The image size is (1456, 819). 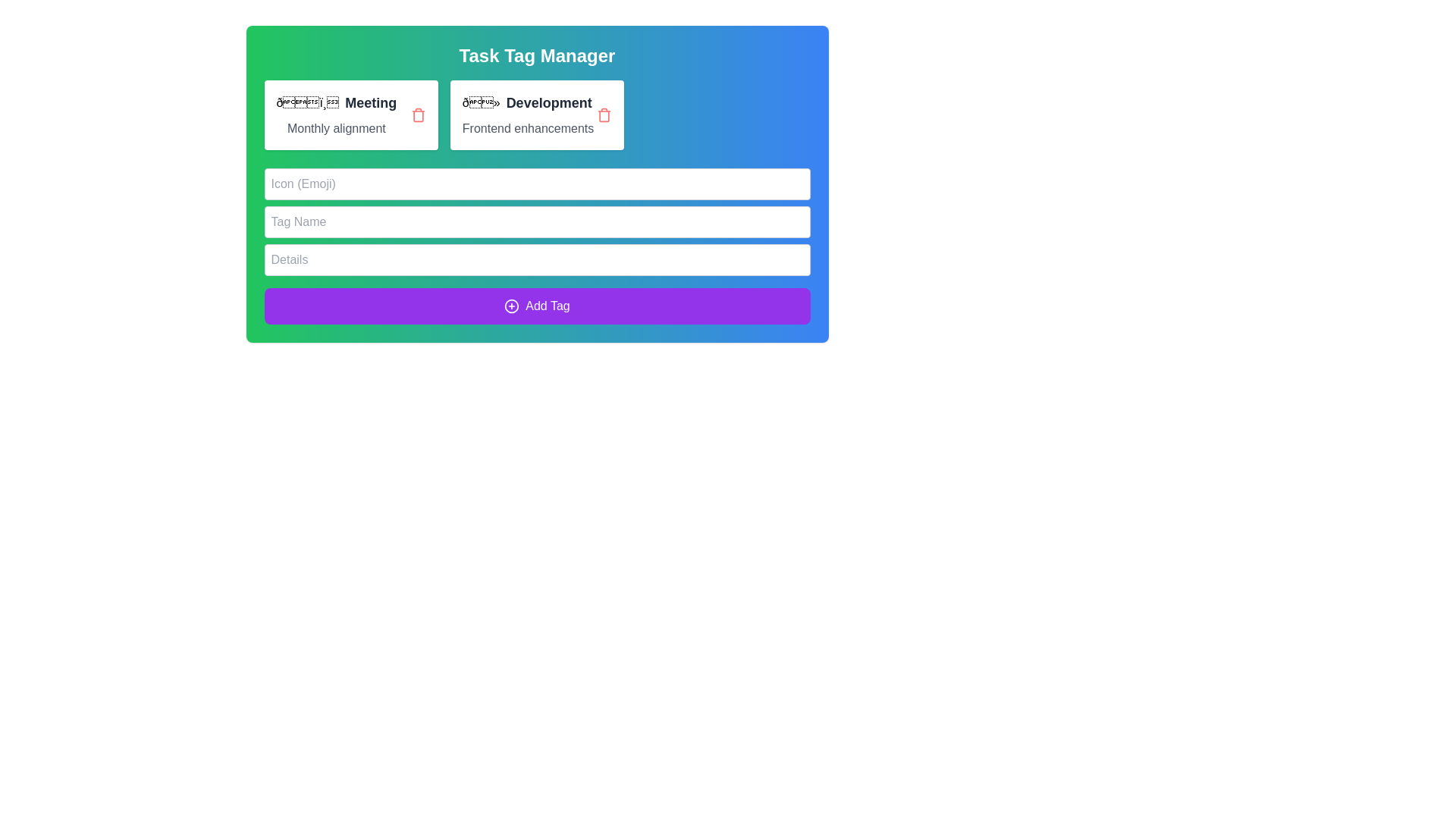 I want to click on the descriptive text label located directly below the 'Development' title, which provides additional context about the title, so click(x=528, y=127).